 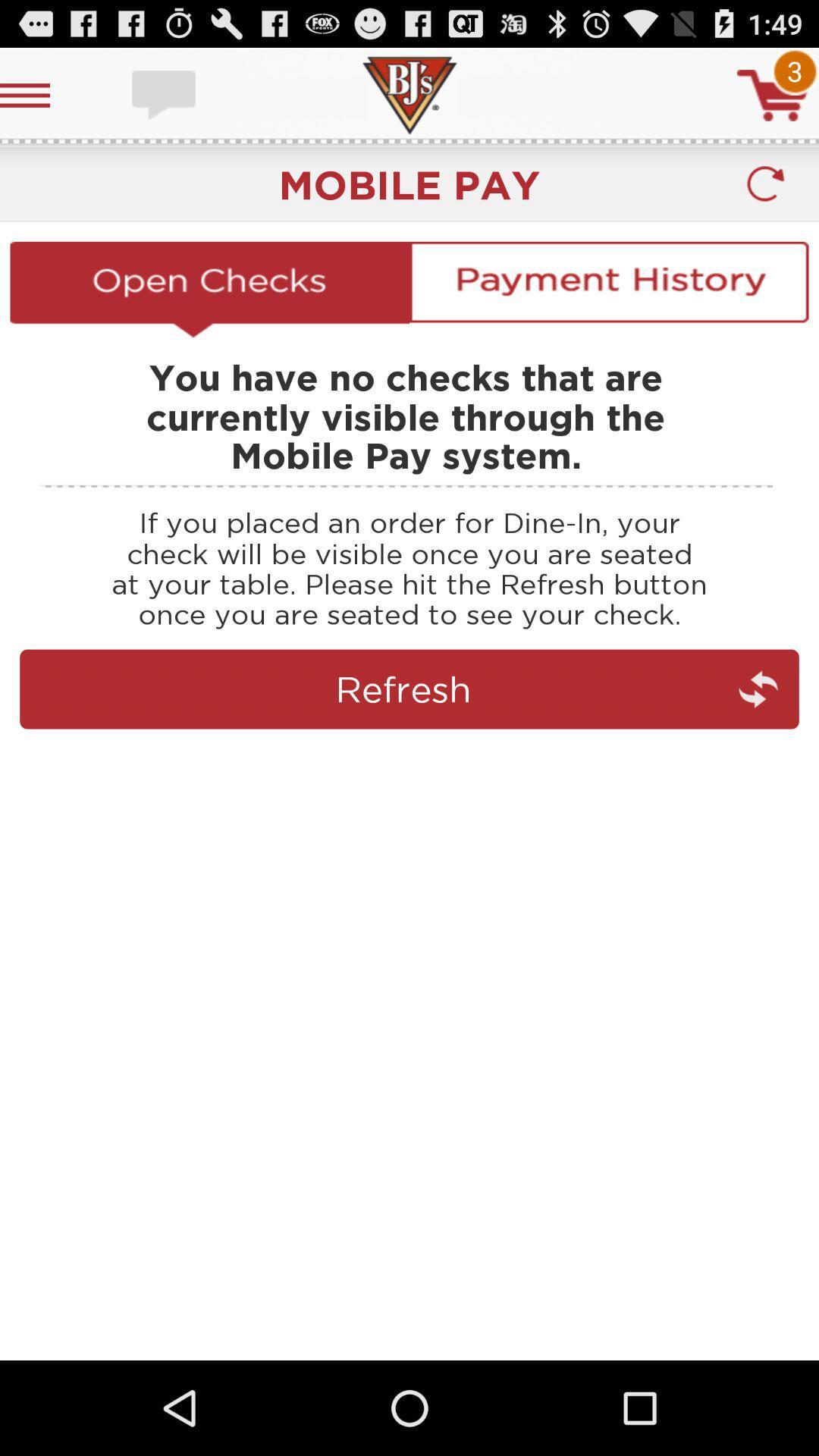 What do you see at coordinates (608, 289) in the screenshot?
I see `payment history` at bounding box center [608, 289].